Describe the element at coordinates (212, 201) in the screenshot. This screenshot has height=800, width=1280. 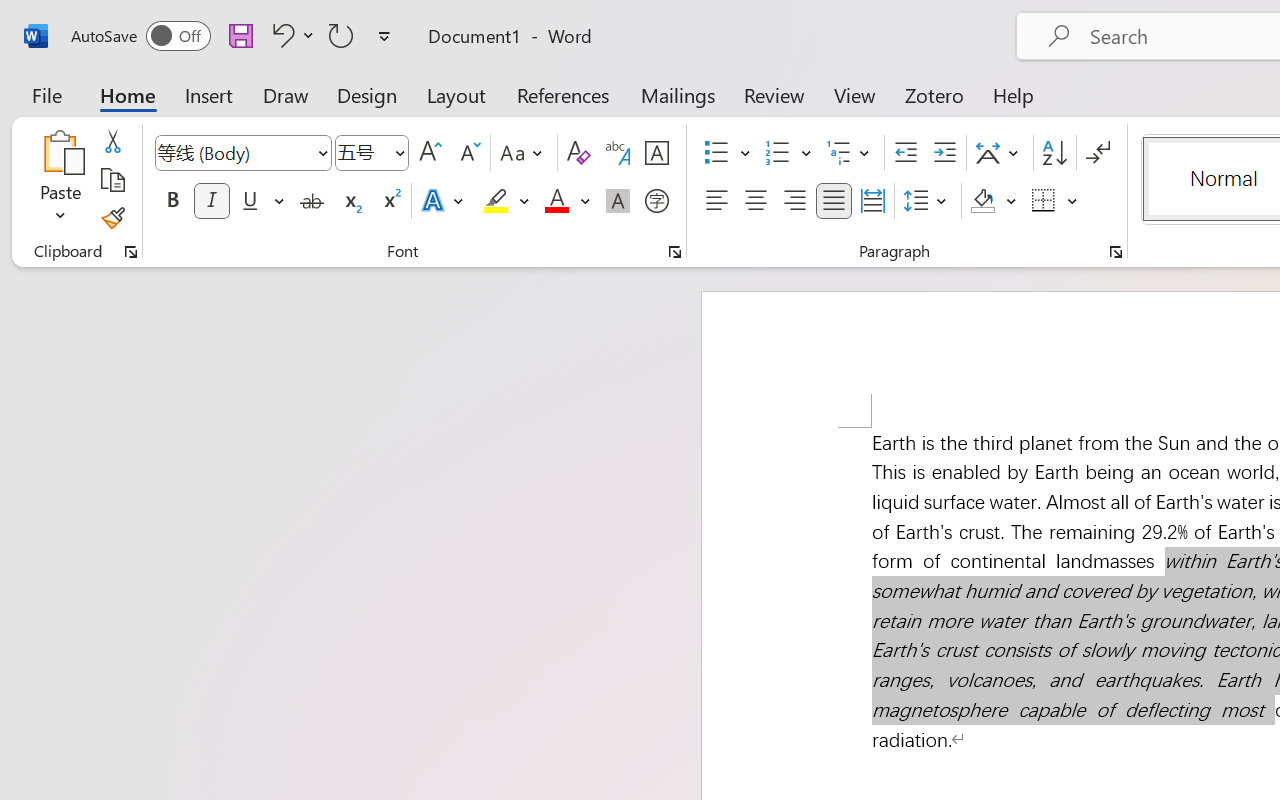
I see `'Italic'` at that location.